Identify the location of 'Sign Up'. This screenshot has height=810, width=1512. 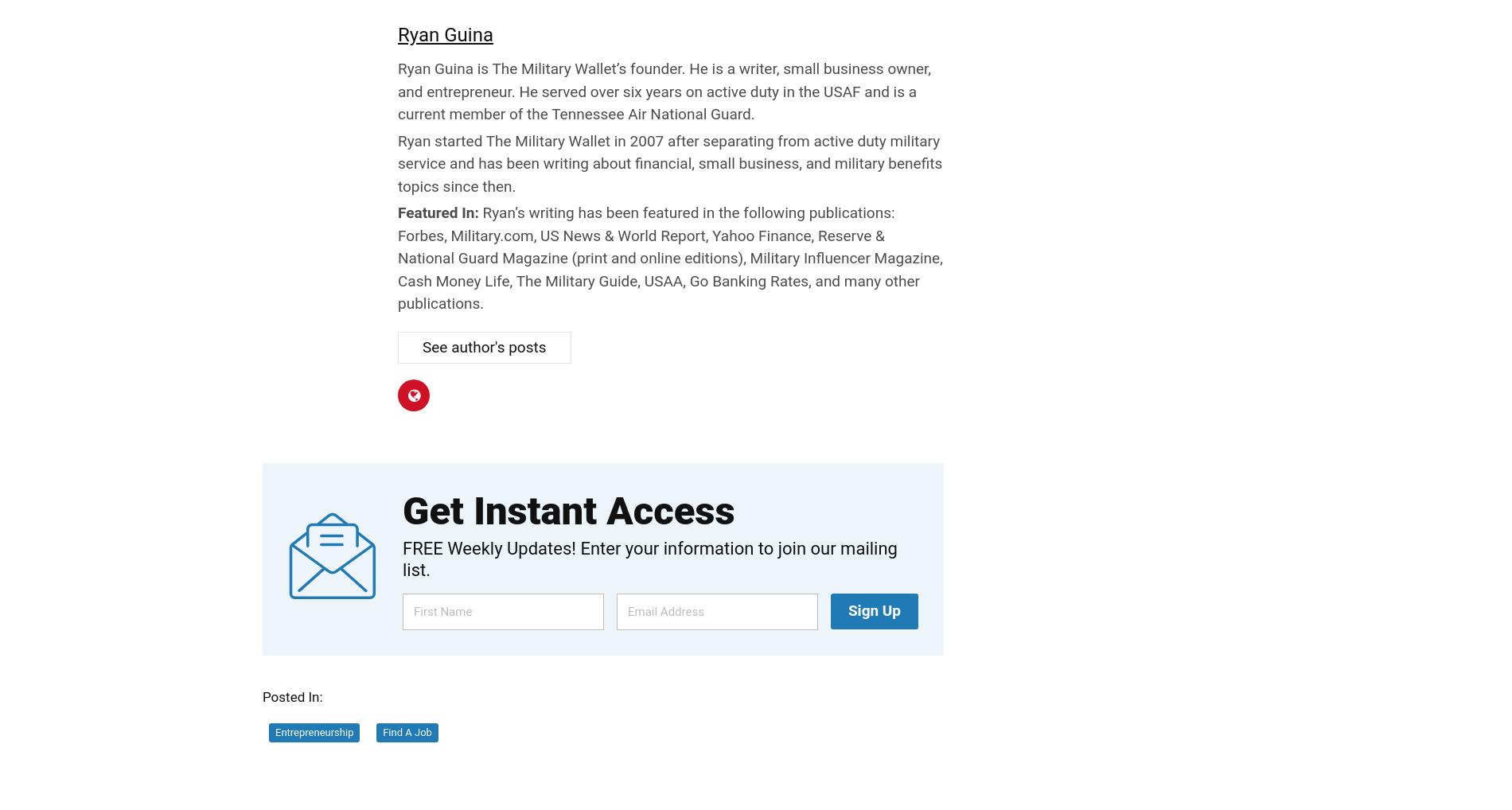
(874, 609).